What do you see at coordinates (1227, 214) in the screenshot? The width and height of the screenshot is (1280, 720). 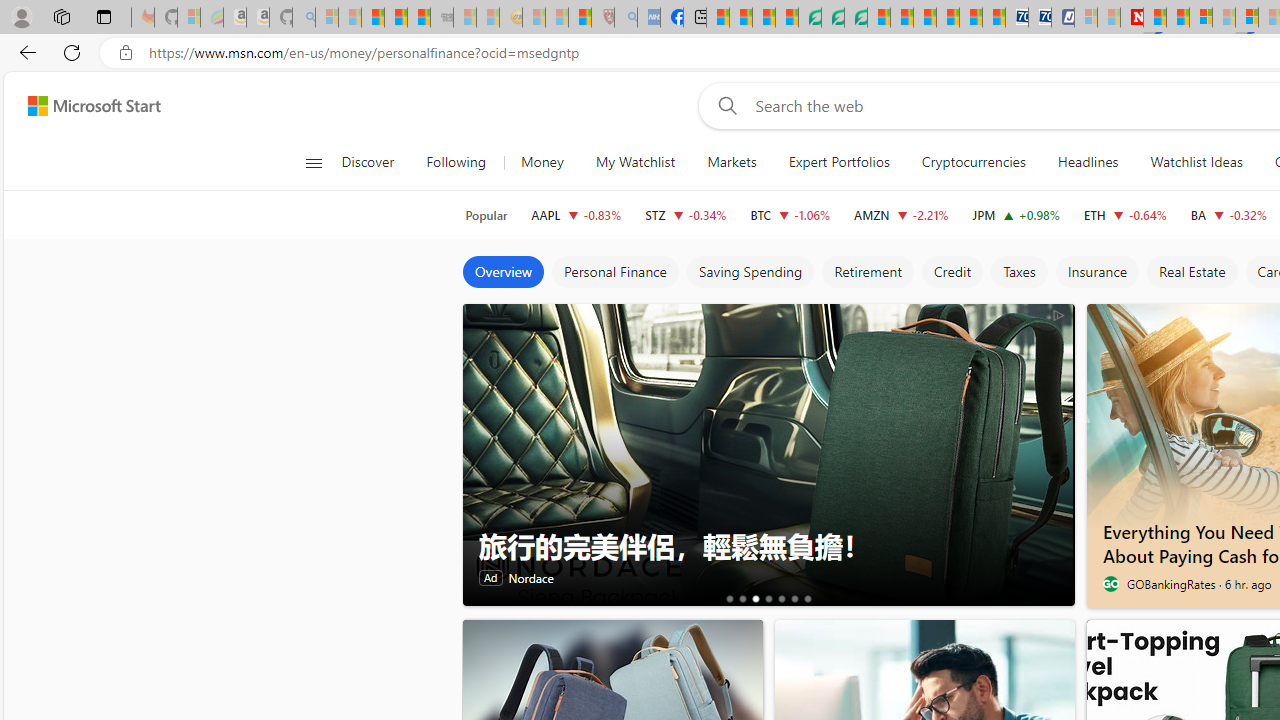 I see `'BA THE BOEING COMPANY decrease 172.87 -0.56 -0.32%'` at bounding box center [1227, 214].